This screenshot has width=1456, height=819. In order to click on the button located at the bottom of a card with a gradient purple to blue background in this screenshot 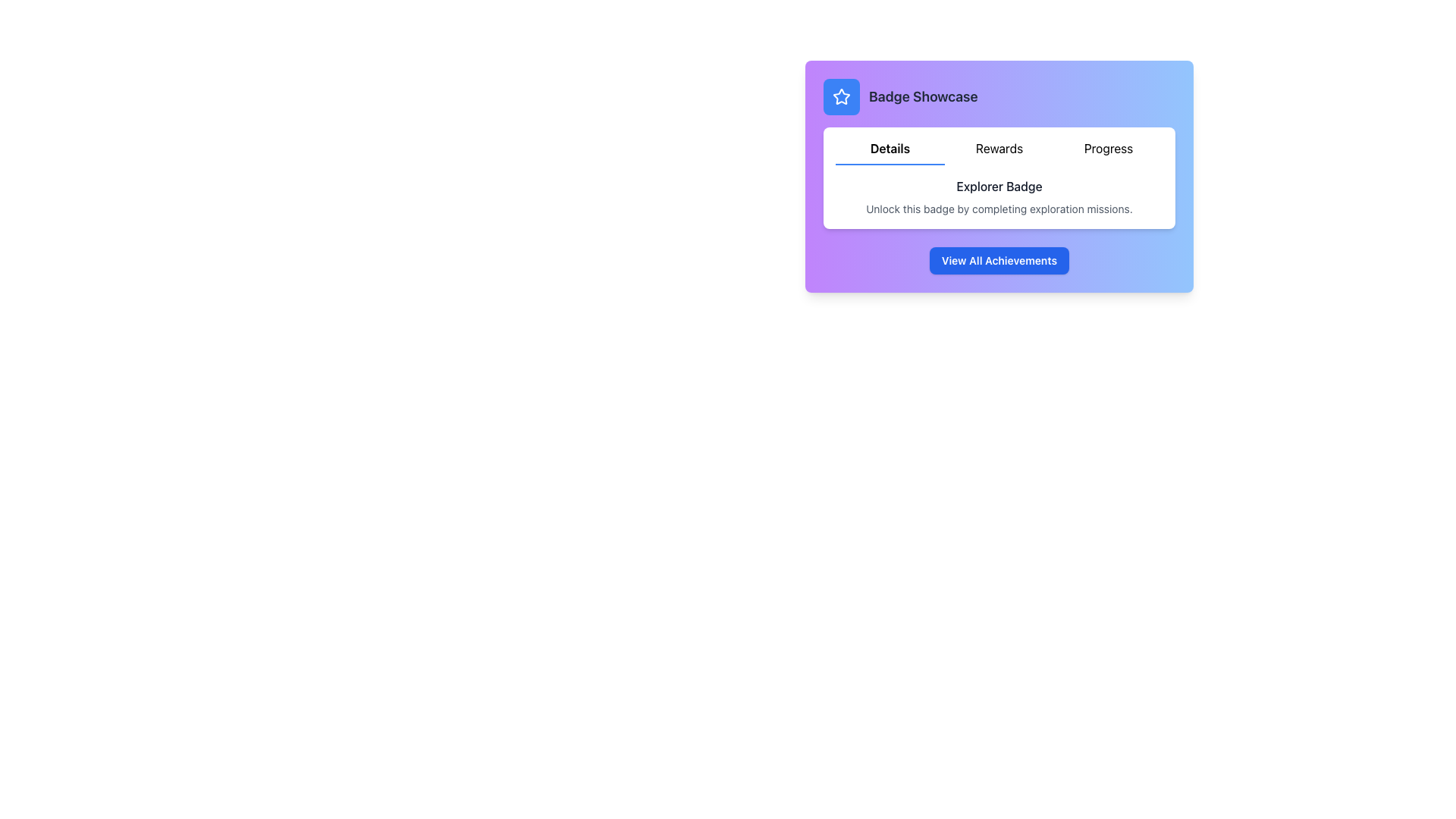, I will do `click(999, 259)`.